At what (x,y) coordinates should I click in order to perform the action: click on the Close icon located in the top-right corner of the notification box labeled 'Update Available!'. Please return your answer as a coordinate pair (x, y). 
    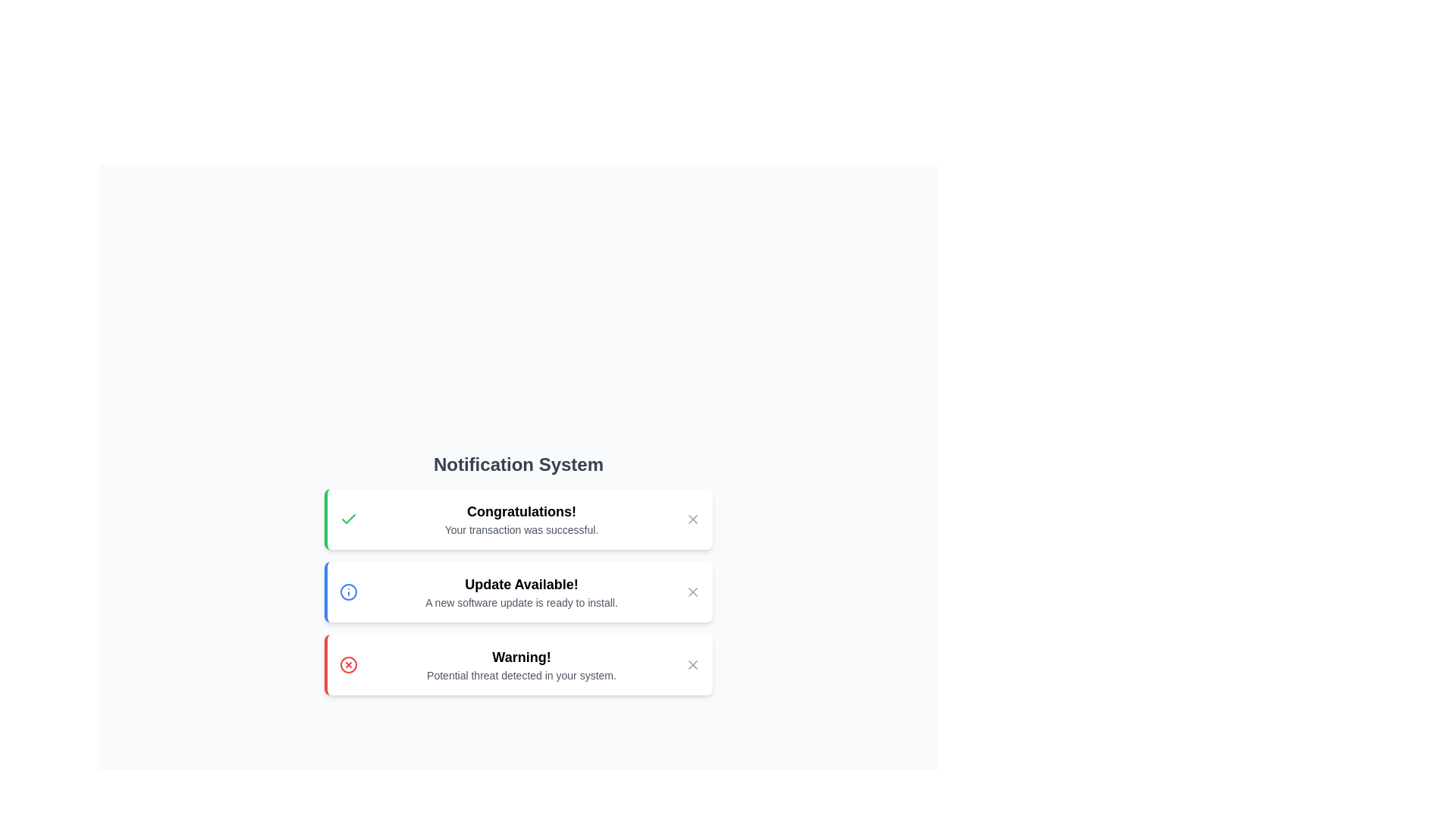
    Looking at the image, I should click on (692, 591).